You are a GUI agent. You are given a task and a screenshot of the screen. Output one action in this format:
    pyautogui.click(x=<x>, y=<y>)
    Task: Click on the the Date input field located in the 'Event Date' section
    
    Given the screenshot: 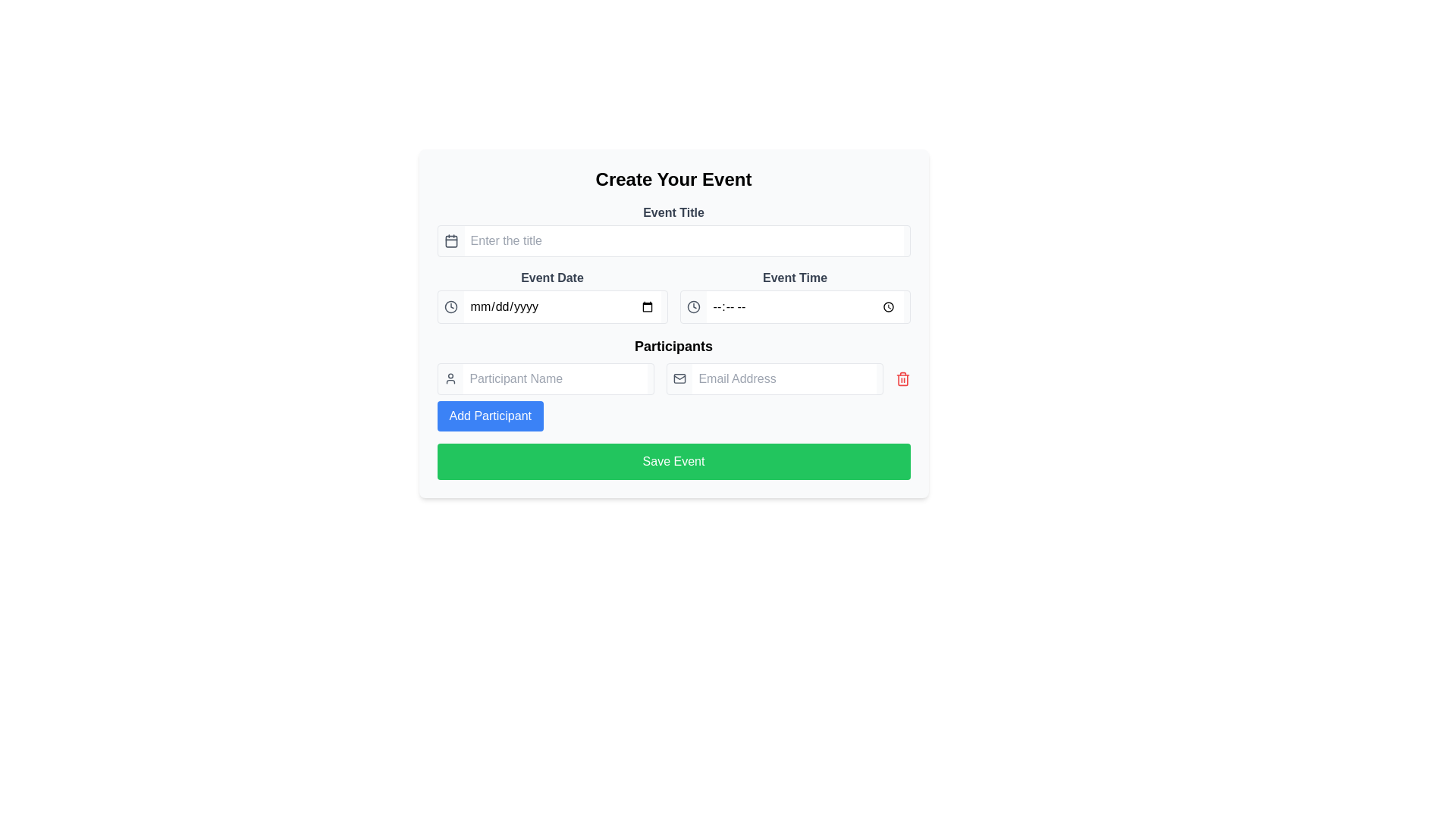 What is the action you would take?
    pyautogui.click(x=551, y=307)
    